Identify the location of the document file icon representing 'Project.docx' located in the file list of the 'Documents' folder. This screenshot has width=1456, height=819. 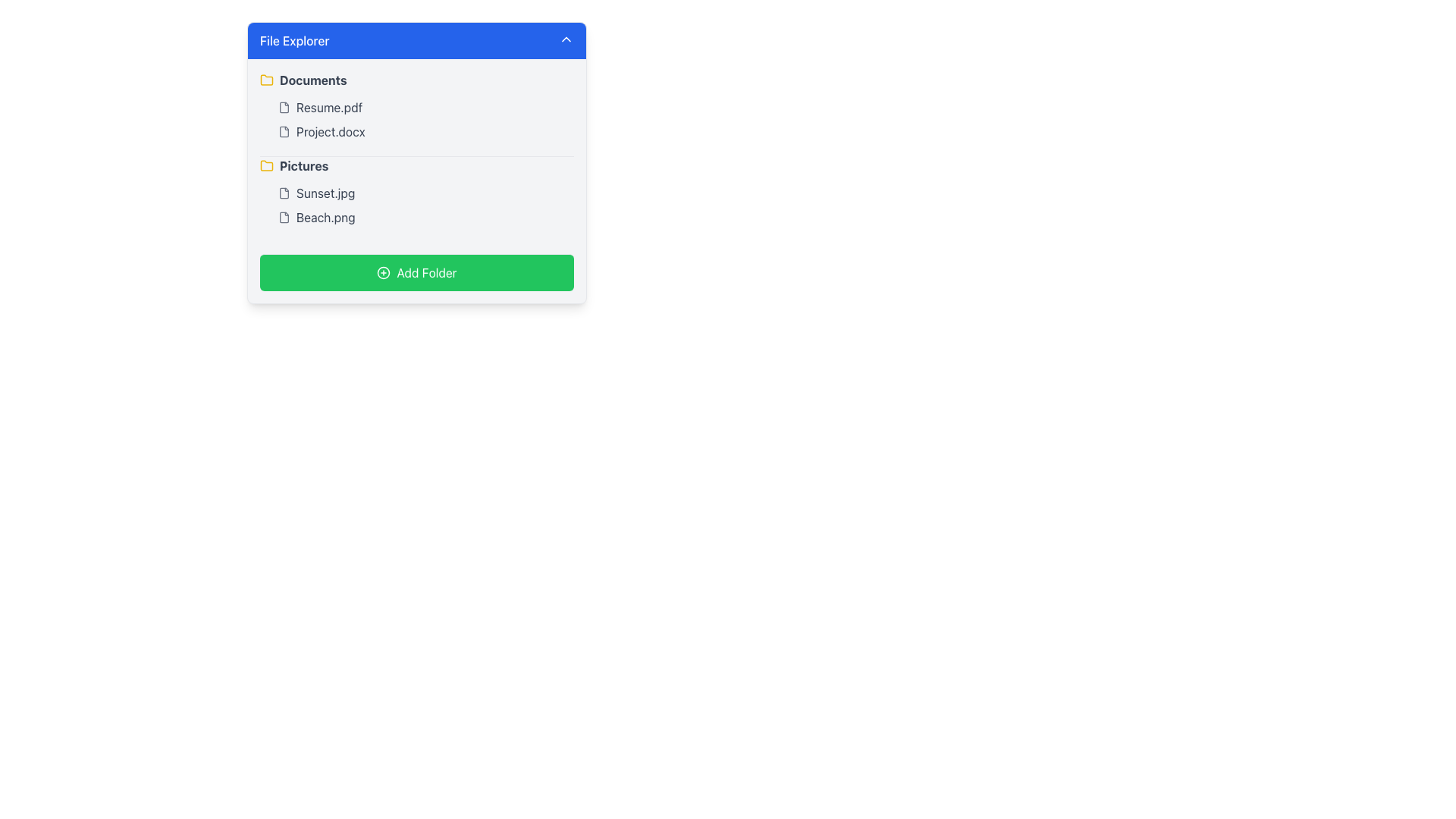
(284, 130).